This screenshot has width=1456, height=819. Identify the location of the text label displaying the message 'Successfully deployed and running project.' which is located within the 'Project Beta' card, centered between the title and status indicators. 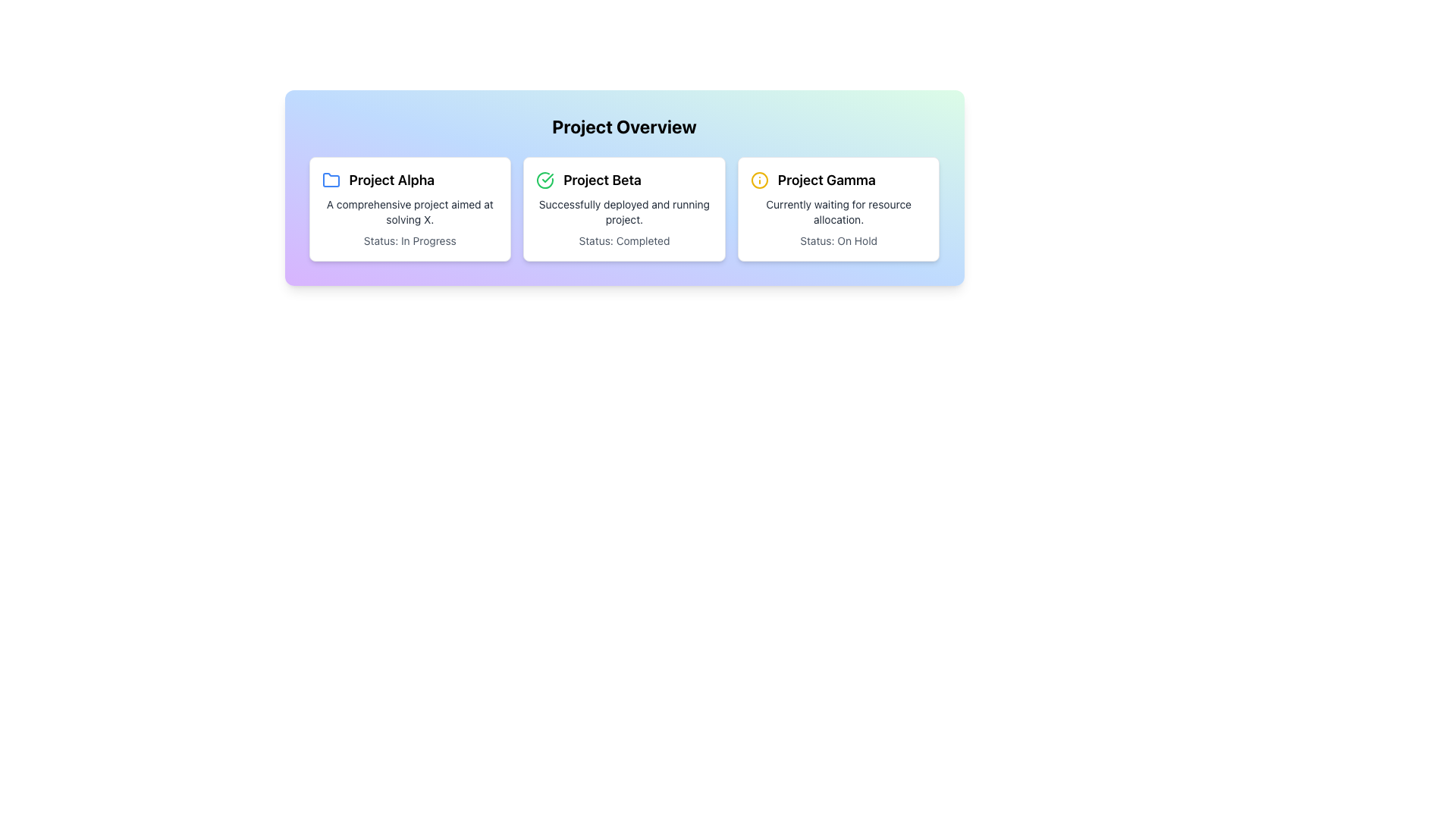
(624, 212).